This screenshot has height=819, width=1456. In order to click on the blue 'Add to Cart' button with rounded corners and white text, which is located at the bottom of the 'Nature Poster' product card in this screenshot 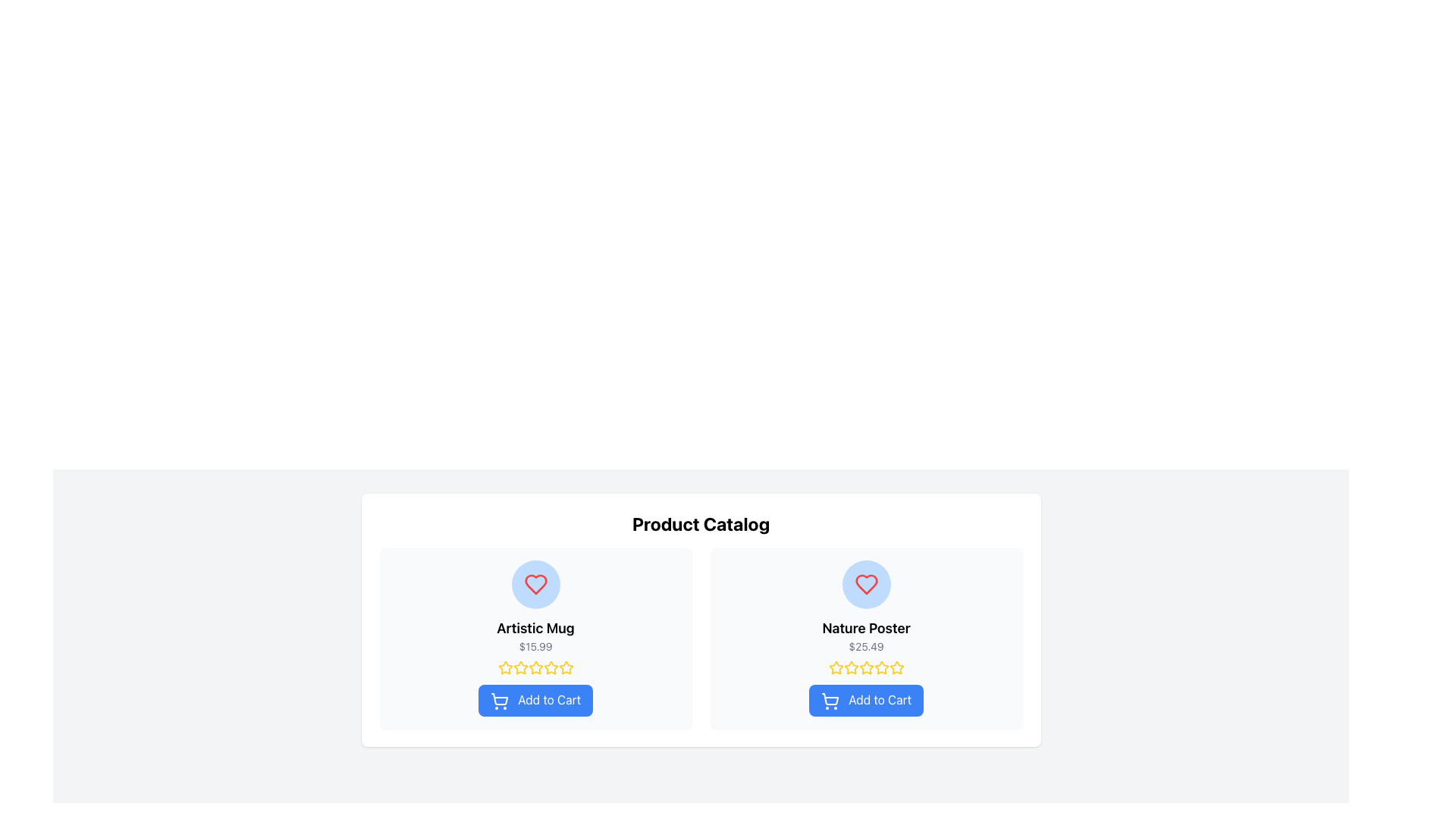, I will do `click(866, 700)`.